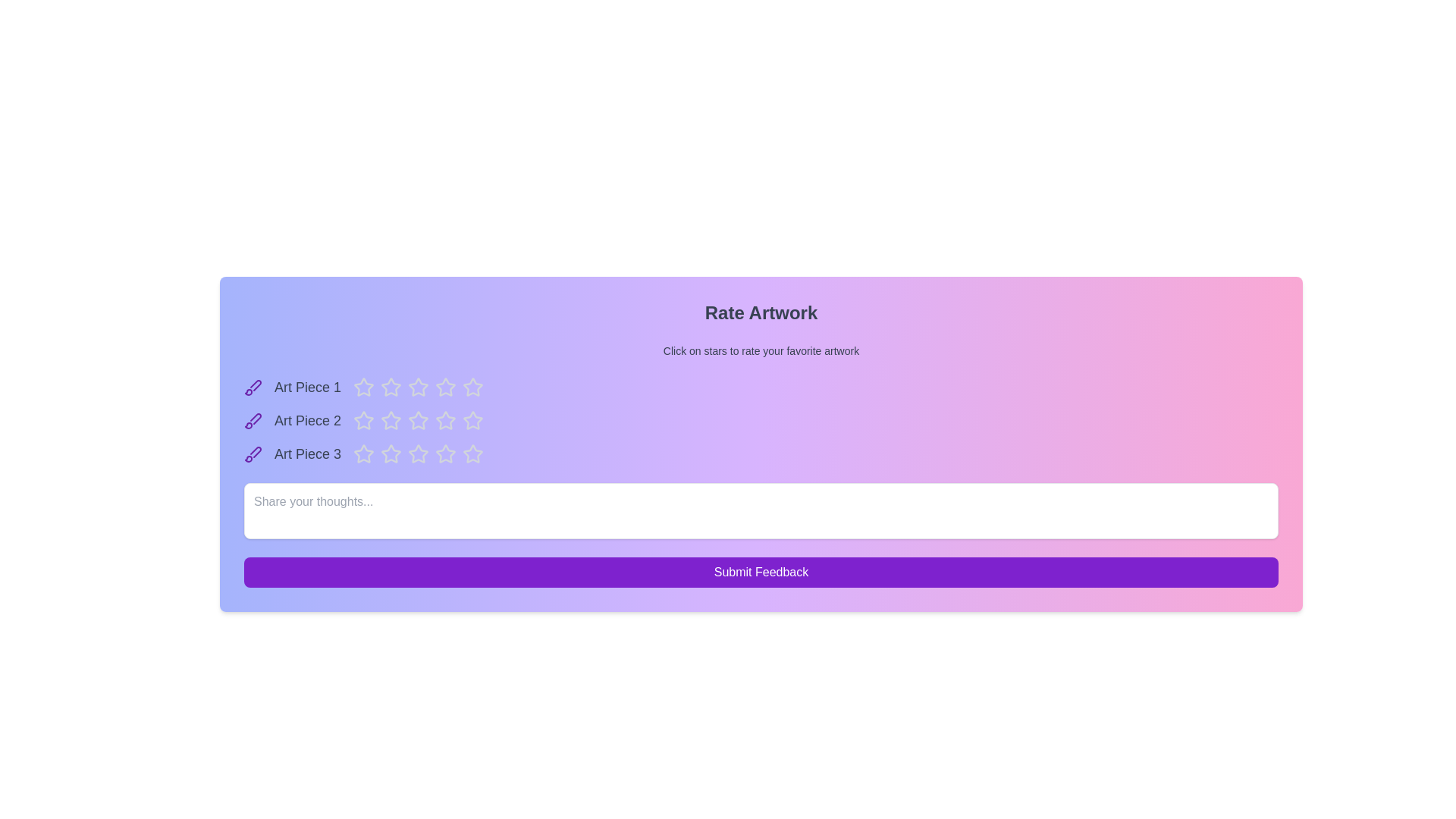  Describe the element at coordinates (761, 573) in the screenshot. I see `the 'Submit Feedback' button` at that location.